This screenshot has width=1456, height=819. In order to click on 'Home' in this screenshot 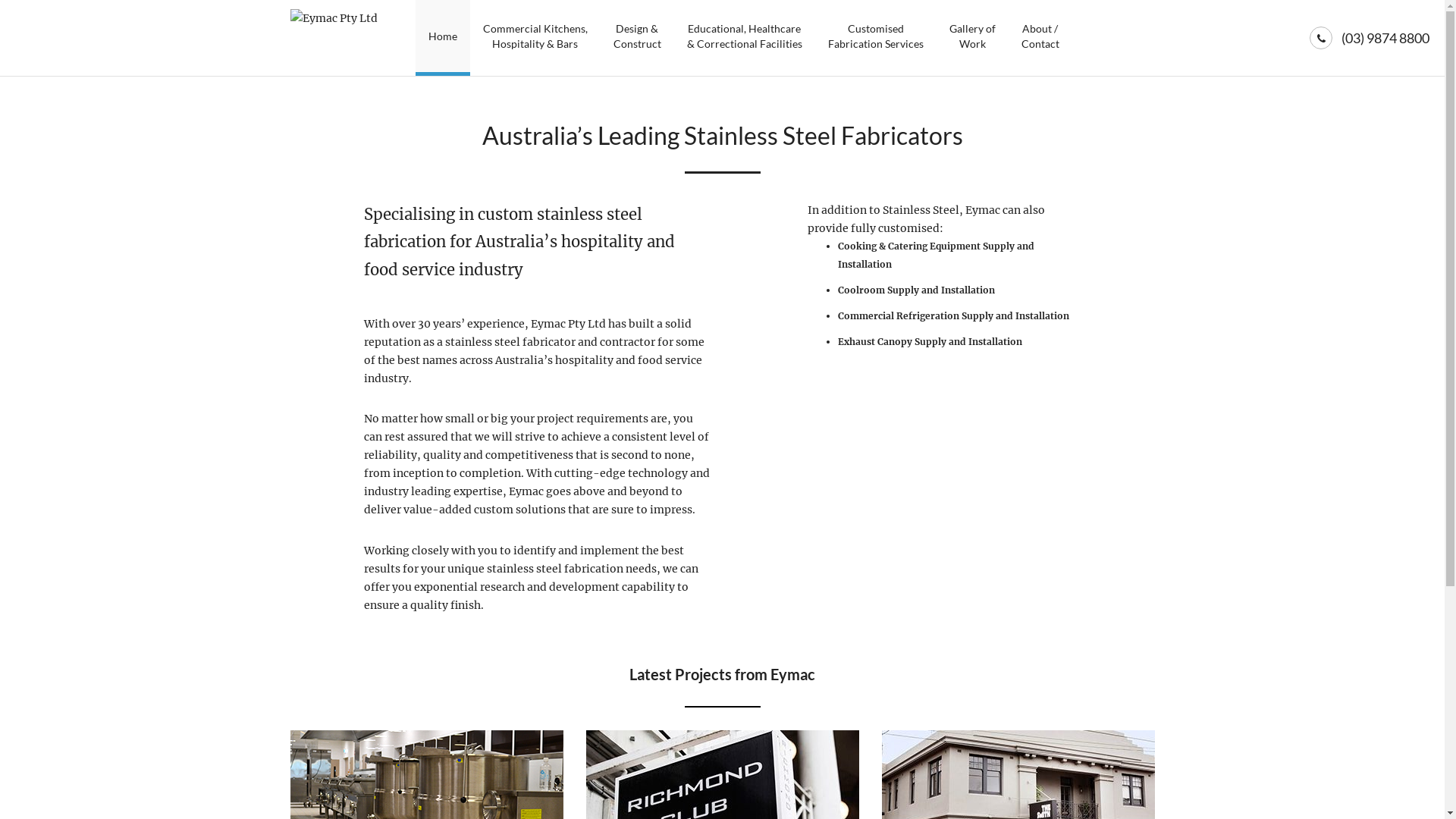, I will do `click(442, 37)`.